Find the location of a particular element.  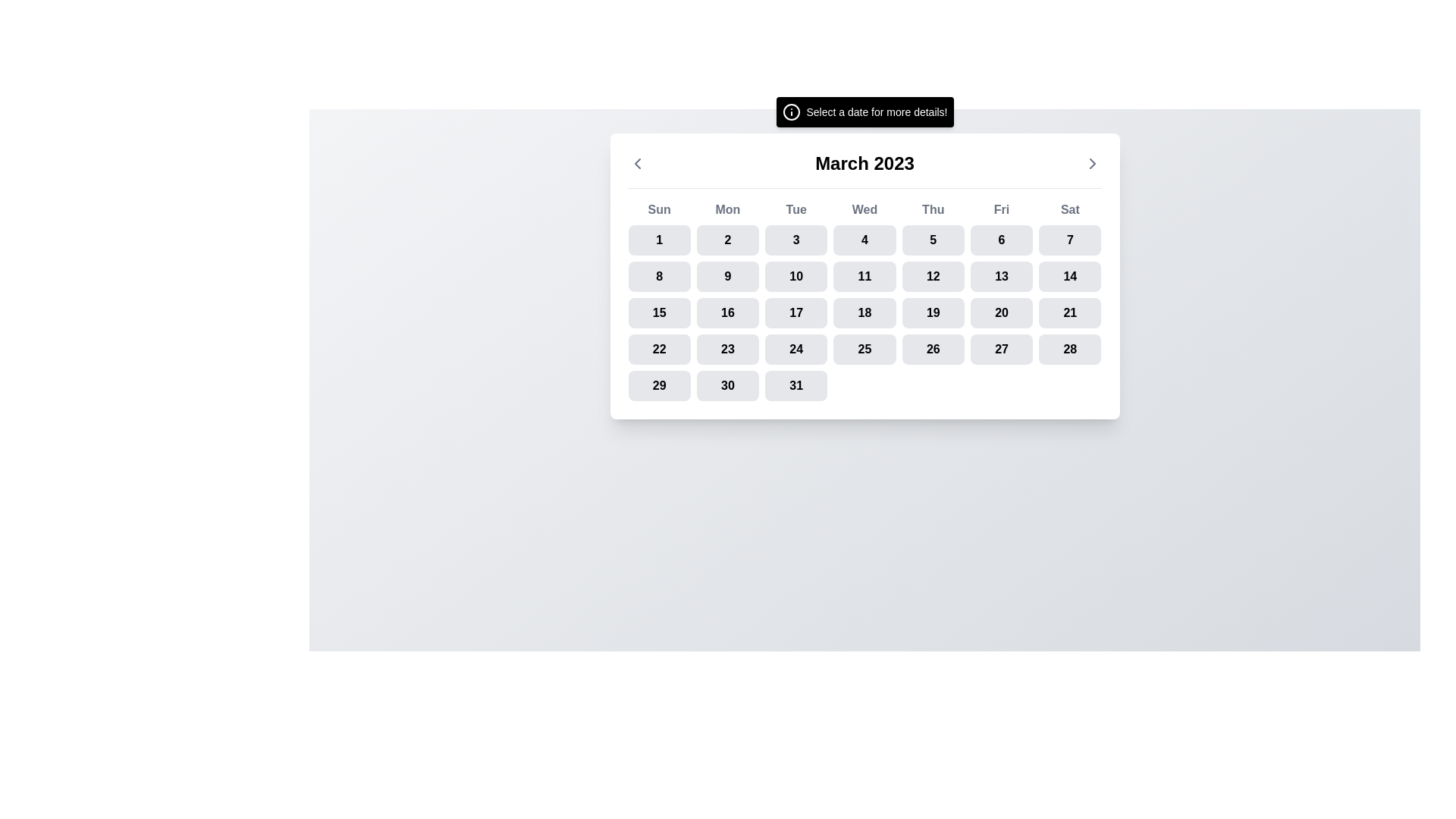

the rectangular calendar element with rounded corners and a white background that displays March 2023, centered in the interface is located at coordinates (864, 276).